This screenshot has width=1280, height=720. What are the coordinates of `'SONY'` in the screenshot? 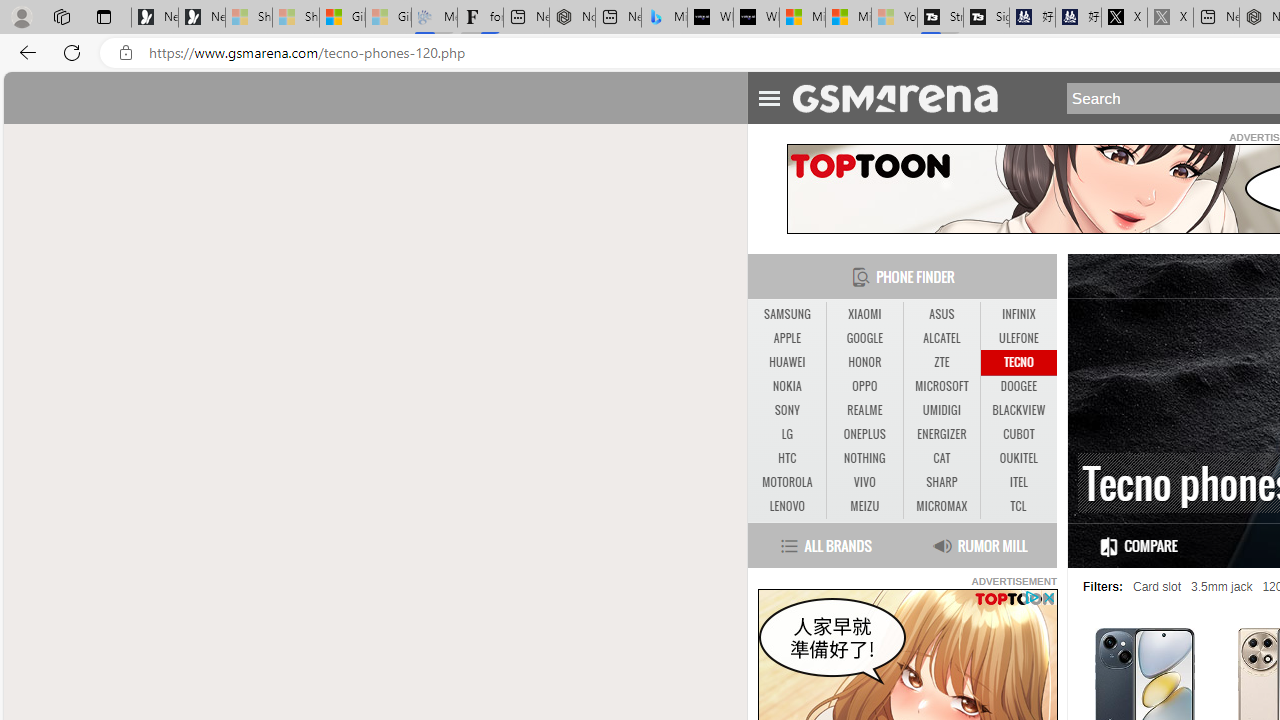 It's located at (786, 410).